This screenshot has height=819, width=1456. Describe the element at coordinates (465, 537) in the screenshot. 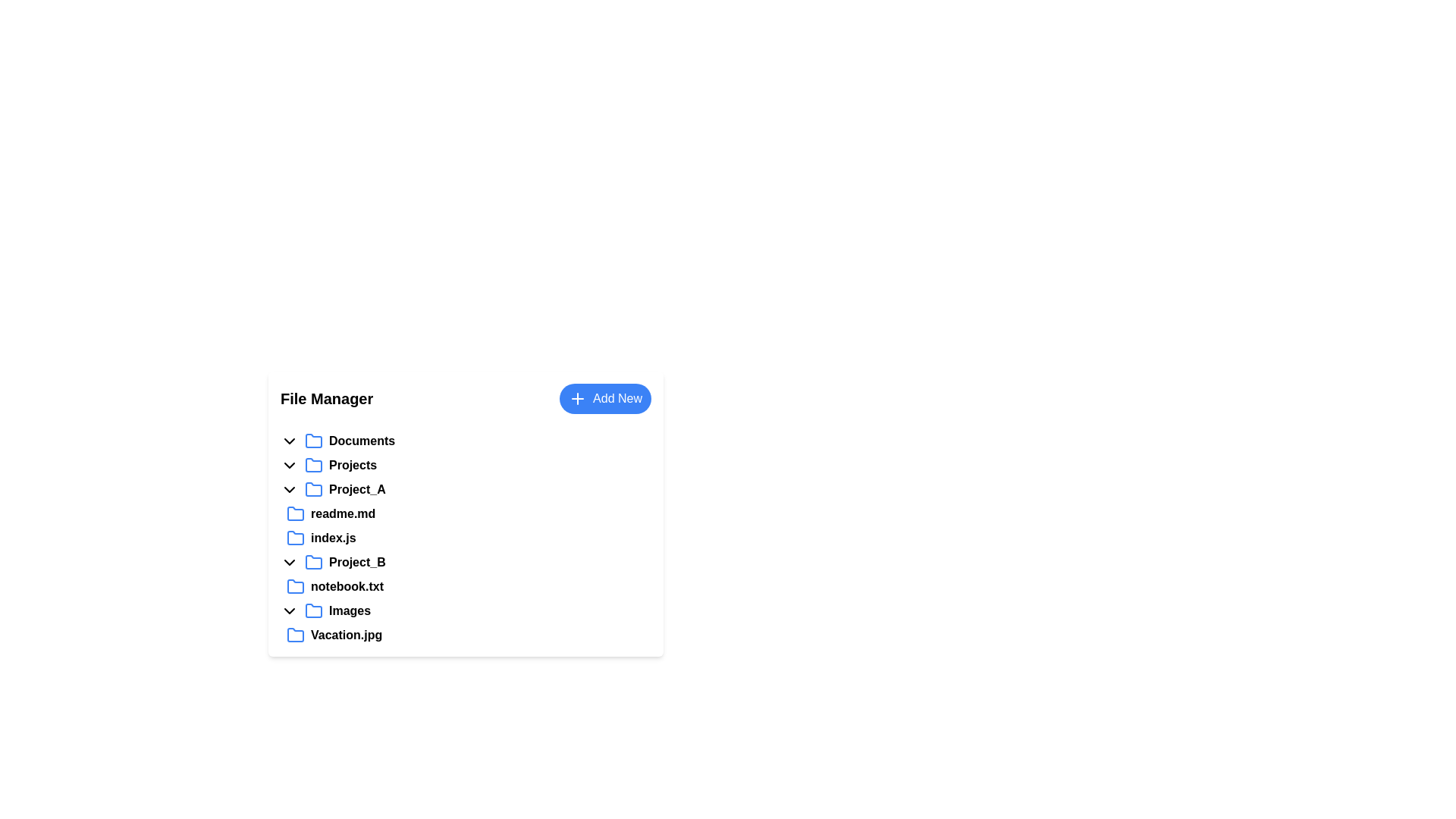

I see `the hierarchical list item in the File Manager` at that location.